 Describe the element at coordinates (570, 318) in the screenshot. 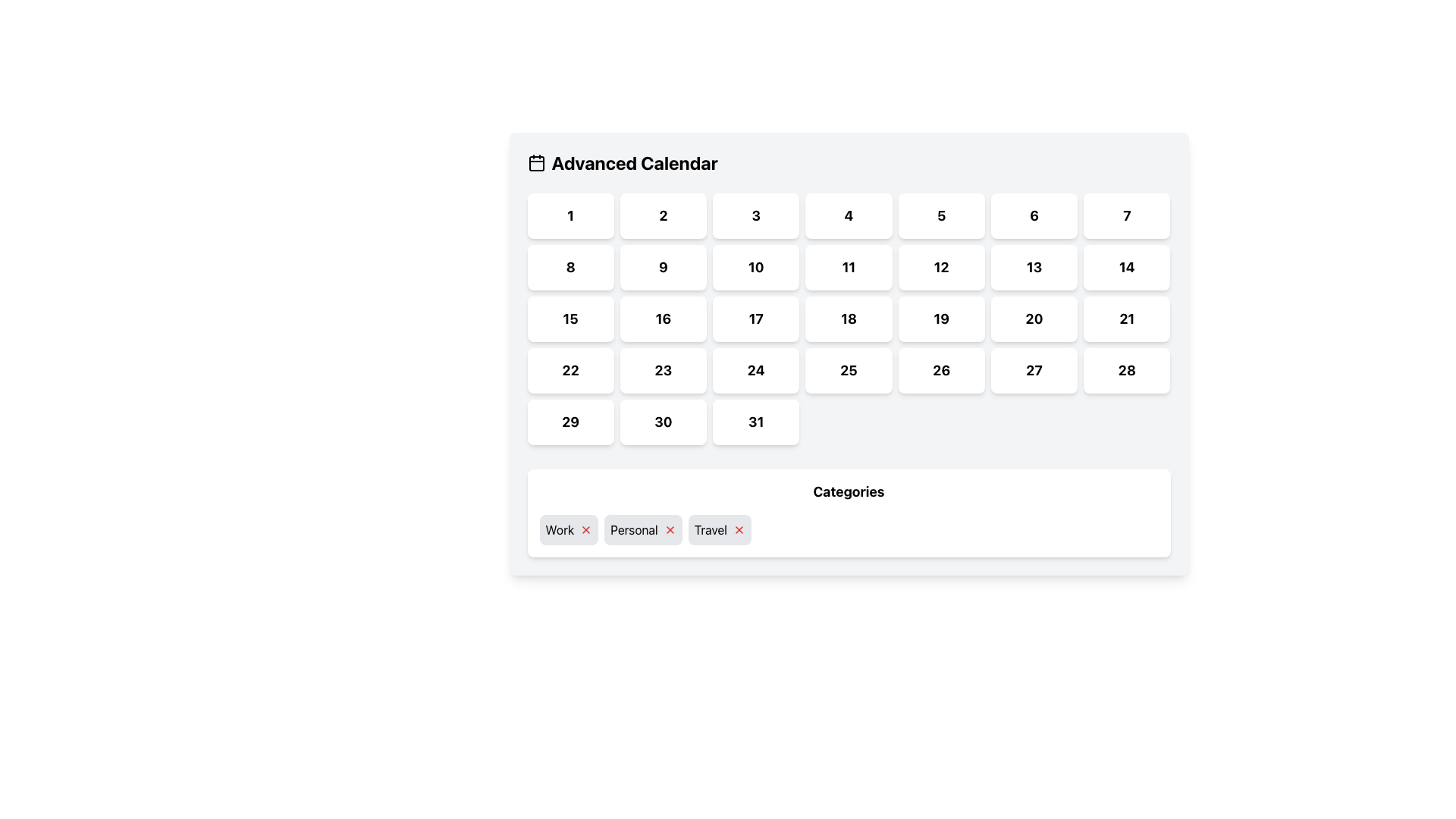

I see `the date selection button labeled '15' in the Advanced Calendar section to trigger its highlighted state` at that location.